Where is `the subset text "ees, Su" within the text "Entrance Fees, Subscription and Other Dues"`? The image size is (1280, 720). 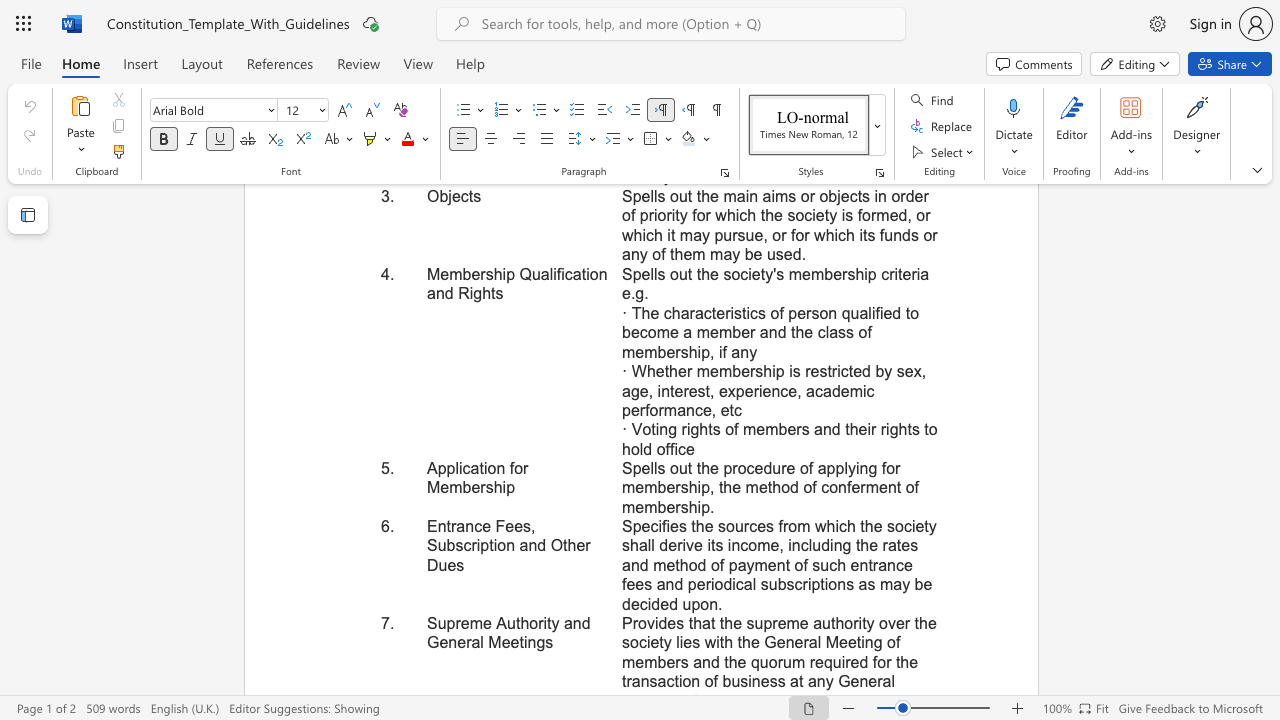
the subset text "ees, Su" within the text "Entrance Fees, Subscription and Other Dues" is located at coordinates (505, 525).